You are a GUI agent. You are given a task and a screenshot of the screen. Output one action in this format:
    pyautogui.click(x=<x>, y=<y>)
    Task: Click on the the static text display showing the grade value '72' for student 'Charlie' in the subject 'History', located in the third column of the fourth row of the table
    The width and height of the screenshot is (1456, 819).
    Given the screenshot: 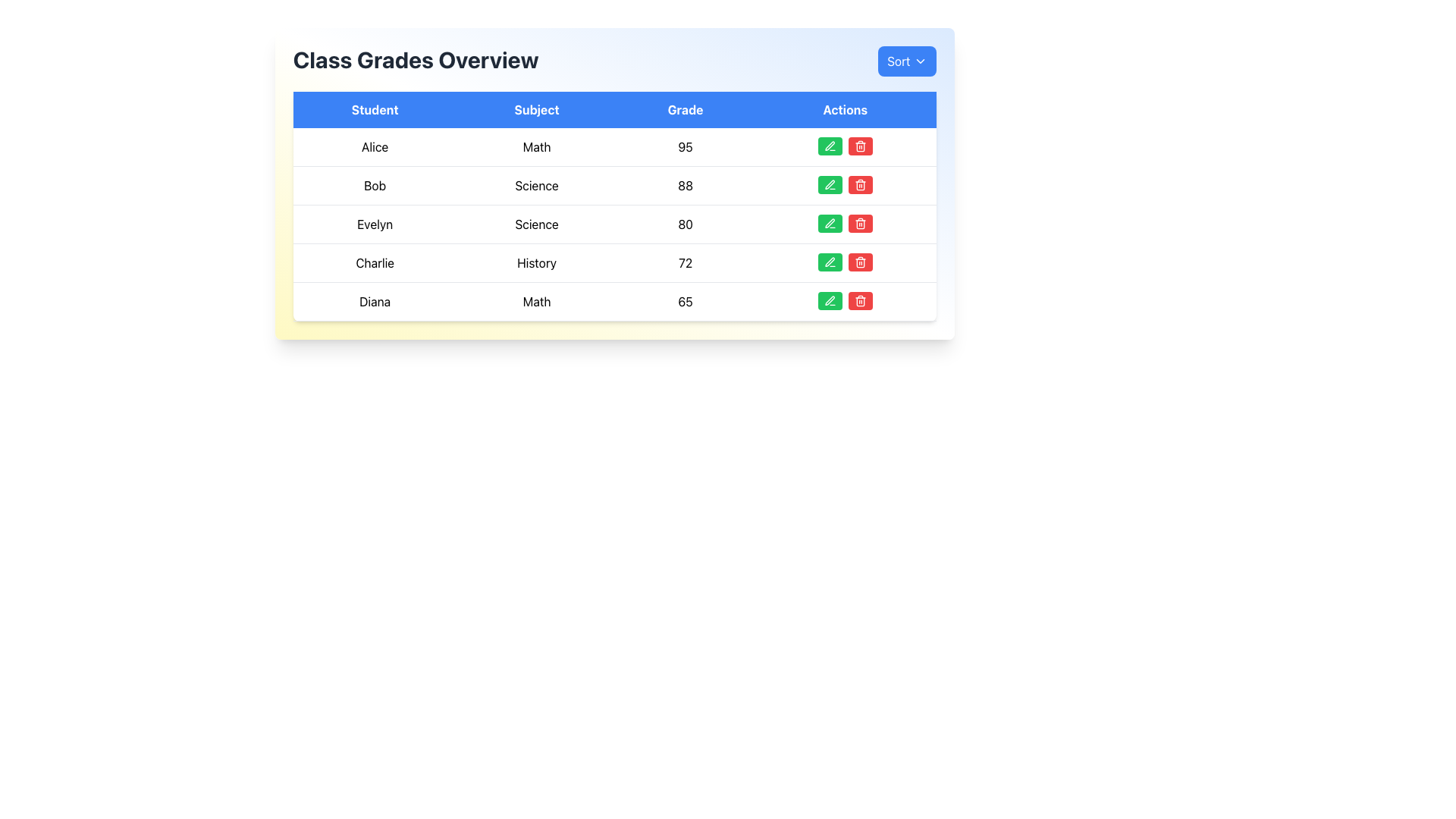 What is the action you would take?
    pyautogui.click(x=685, y=262)
    